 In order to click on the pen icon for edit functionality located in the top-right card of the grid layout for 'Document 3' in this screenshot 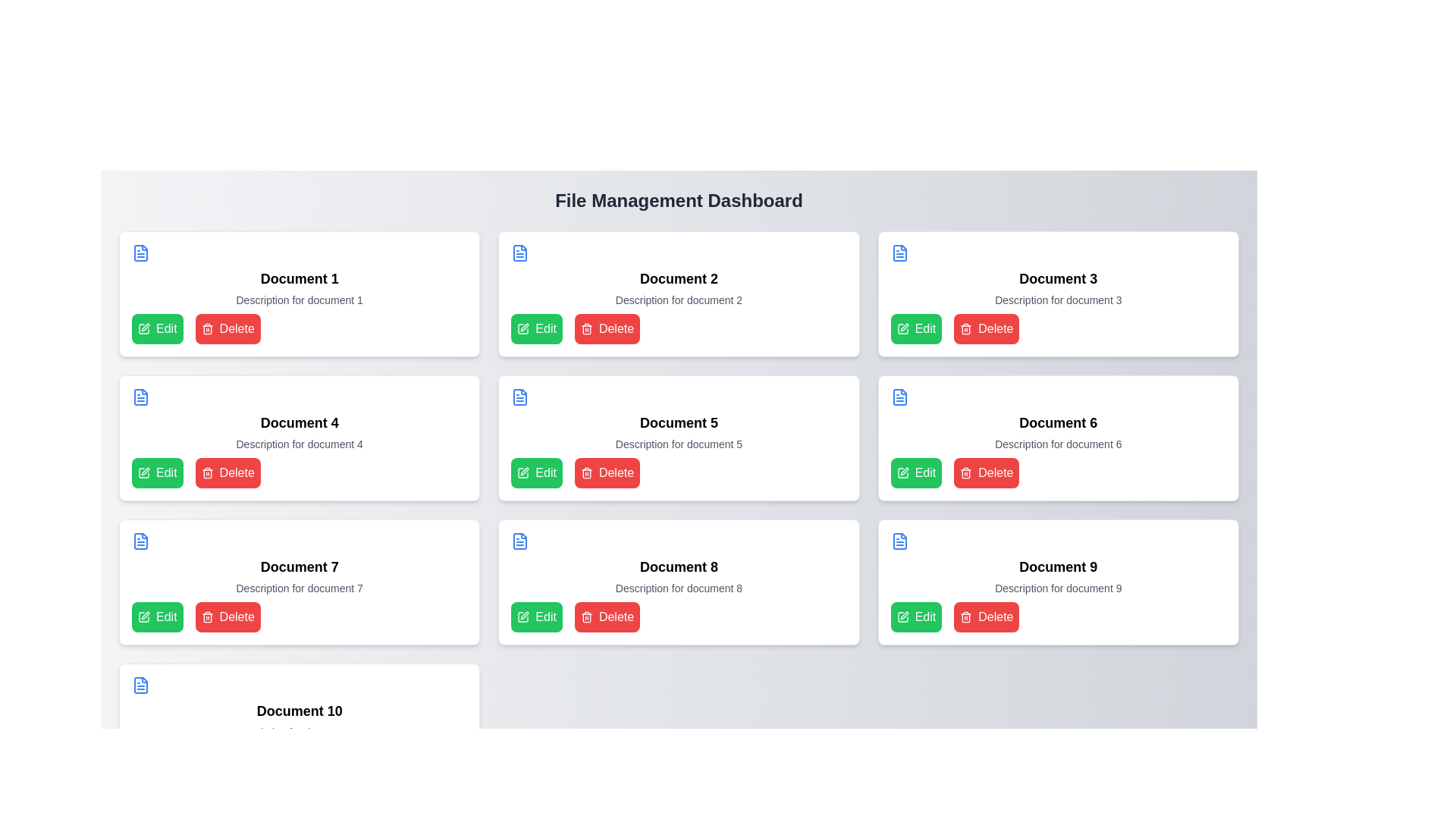, I will do `click(904, 327)`.